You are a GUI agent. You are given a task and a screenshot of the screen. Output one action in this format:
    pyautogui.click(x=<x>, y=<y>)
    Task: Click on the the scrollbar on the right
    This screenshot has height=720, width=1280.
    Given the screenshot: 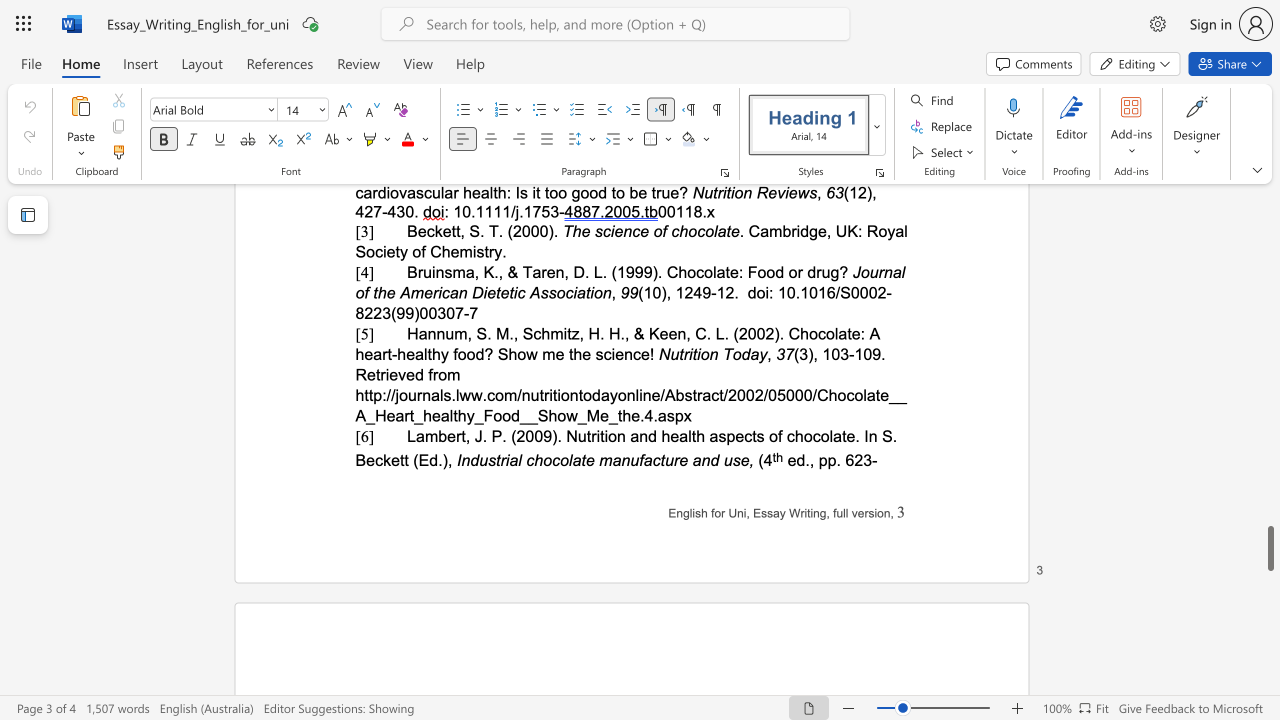 What is the action you would take?
    pyautogui.click(x=1269, y=318)
    